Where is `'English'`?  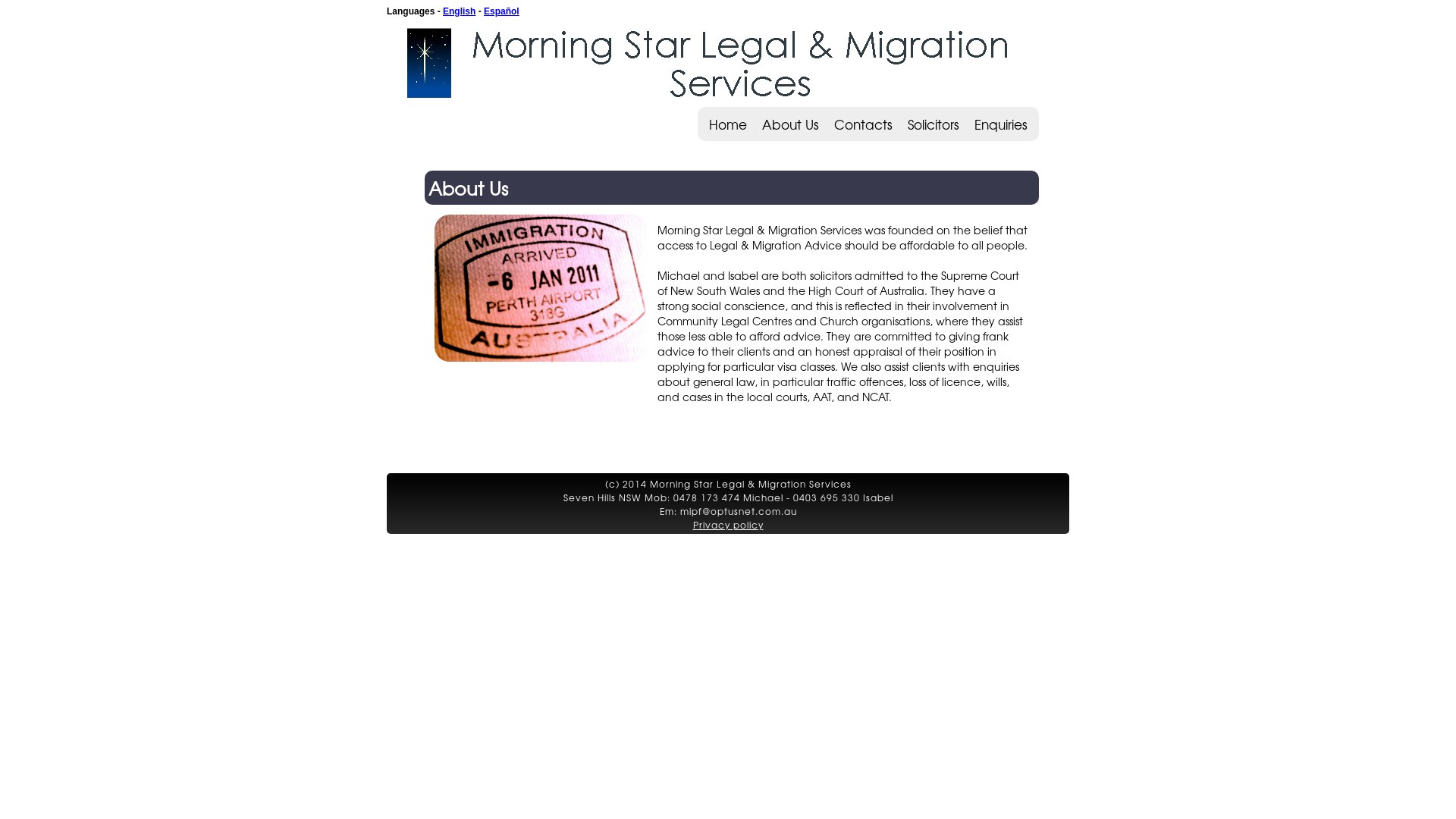
'English' is located at coordinates (458, 11).